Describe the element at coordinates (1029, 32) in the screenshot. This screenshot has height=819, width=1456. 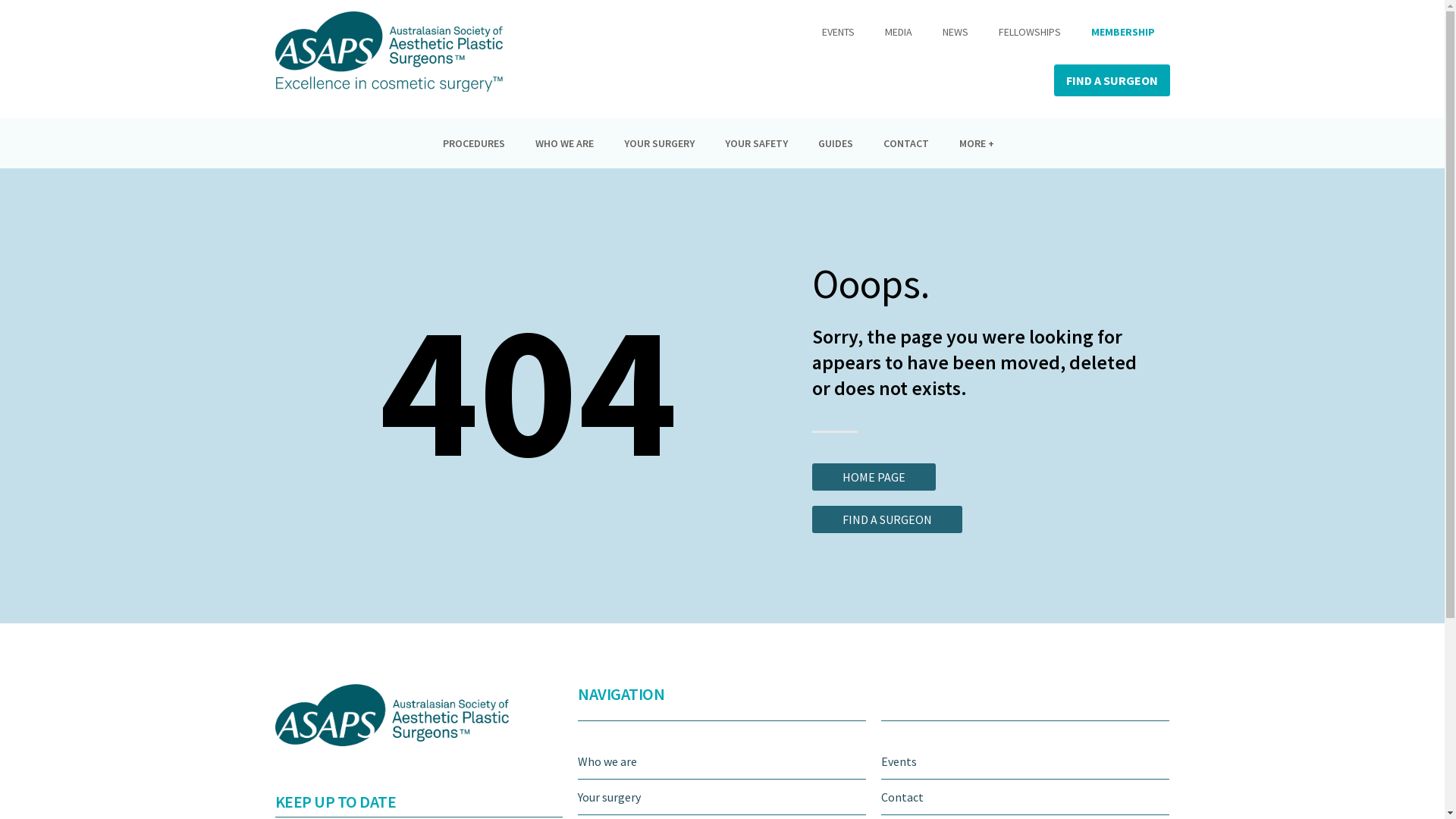
I see `'FELLOWSHIPS'` at that location.